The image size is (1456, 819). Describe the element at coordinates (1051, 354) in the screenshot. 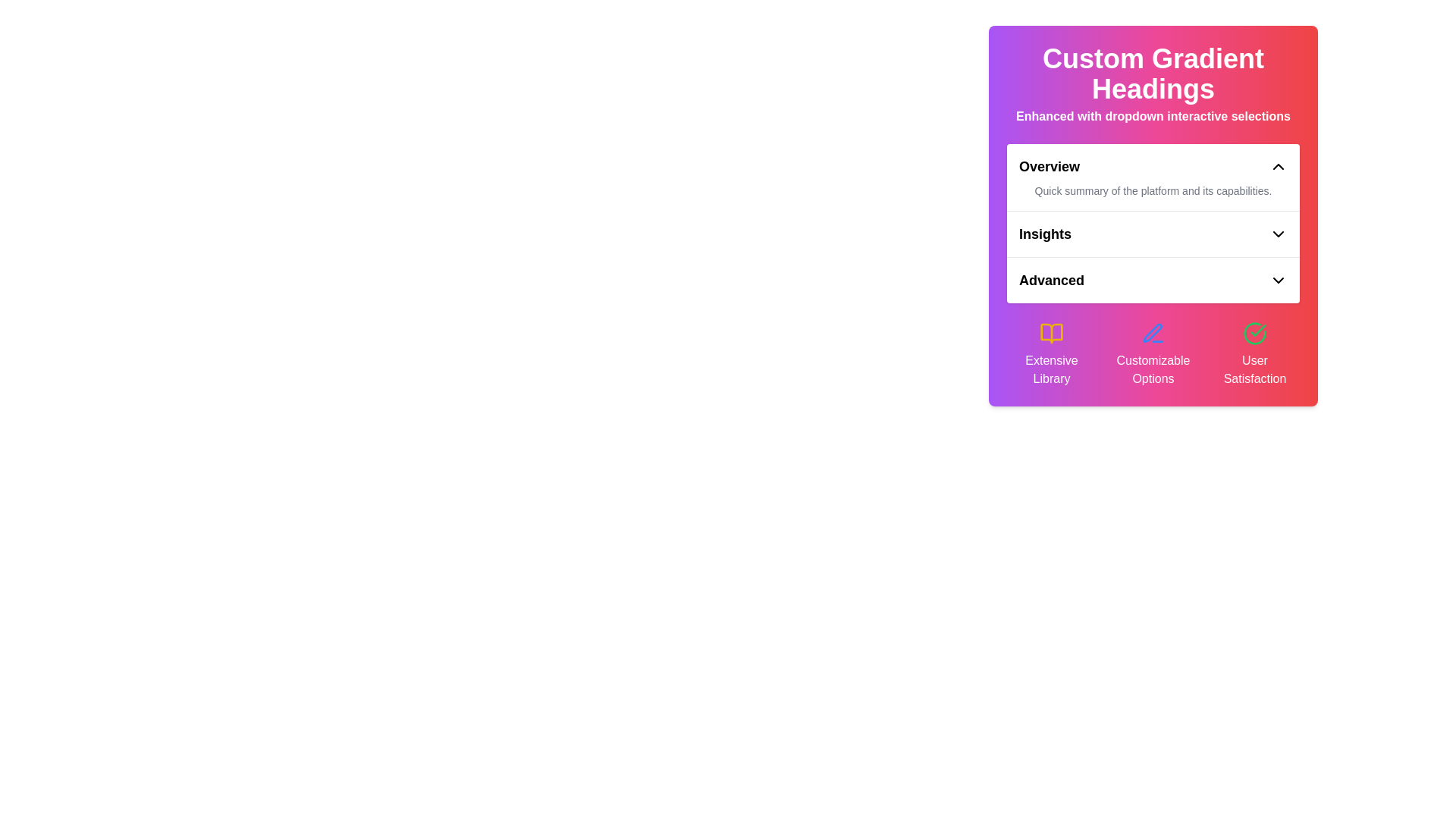

I see `the 'Extensive Library' icon-label combination, which features a yellow open book icon above the text in white font, located at the bottom left of the colorful gradient box` at that location.